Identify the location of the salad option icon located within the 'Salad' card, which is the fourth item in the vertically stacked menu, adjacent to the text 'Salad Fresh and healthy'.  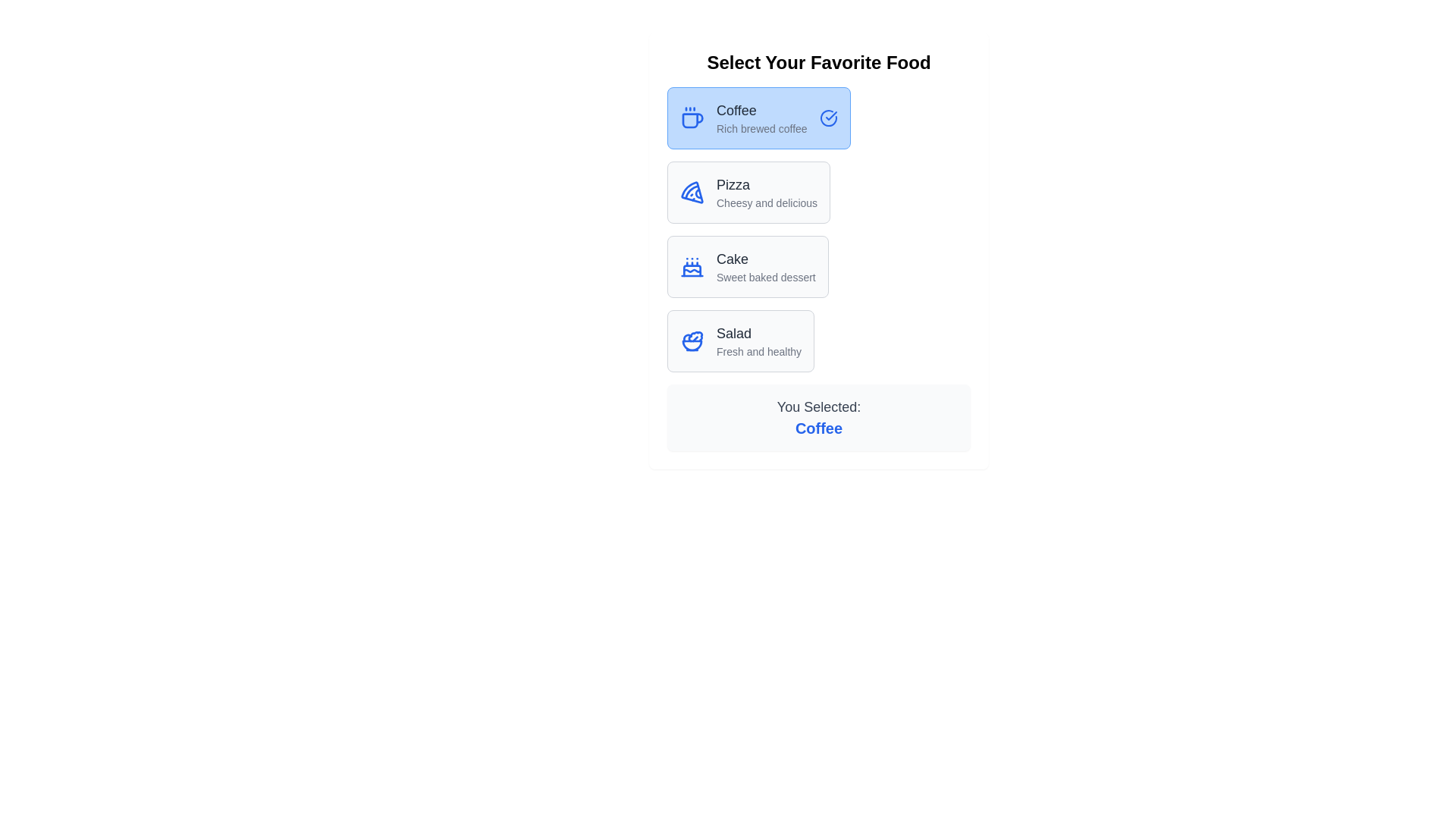
(691, 341).